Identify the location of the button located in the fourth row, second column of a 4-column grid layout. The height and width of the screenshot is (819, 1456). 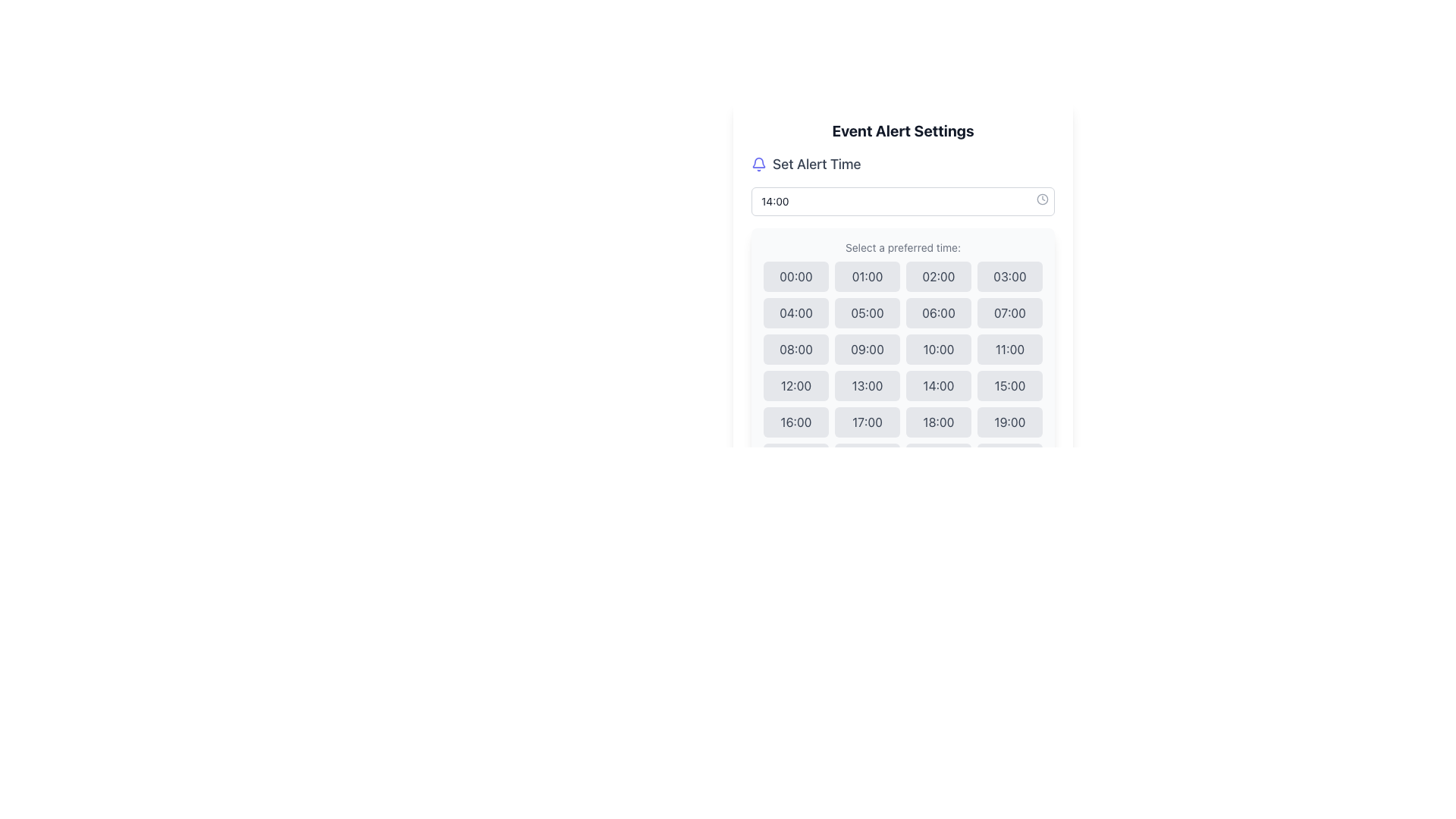
(867, 385).